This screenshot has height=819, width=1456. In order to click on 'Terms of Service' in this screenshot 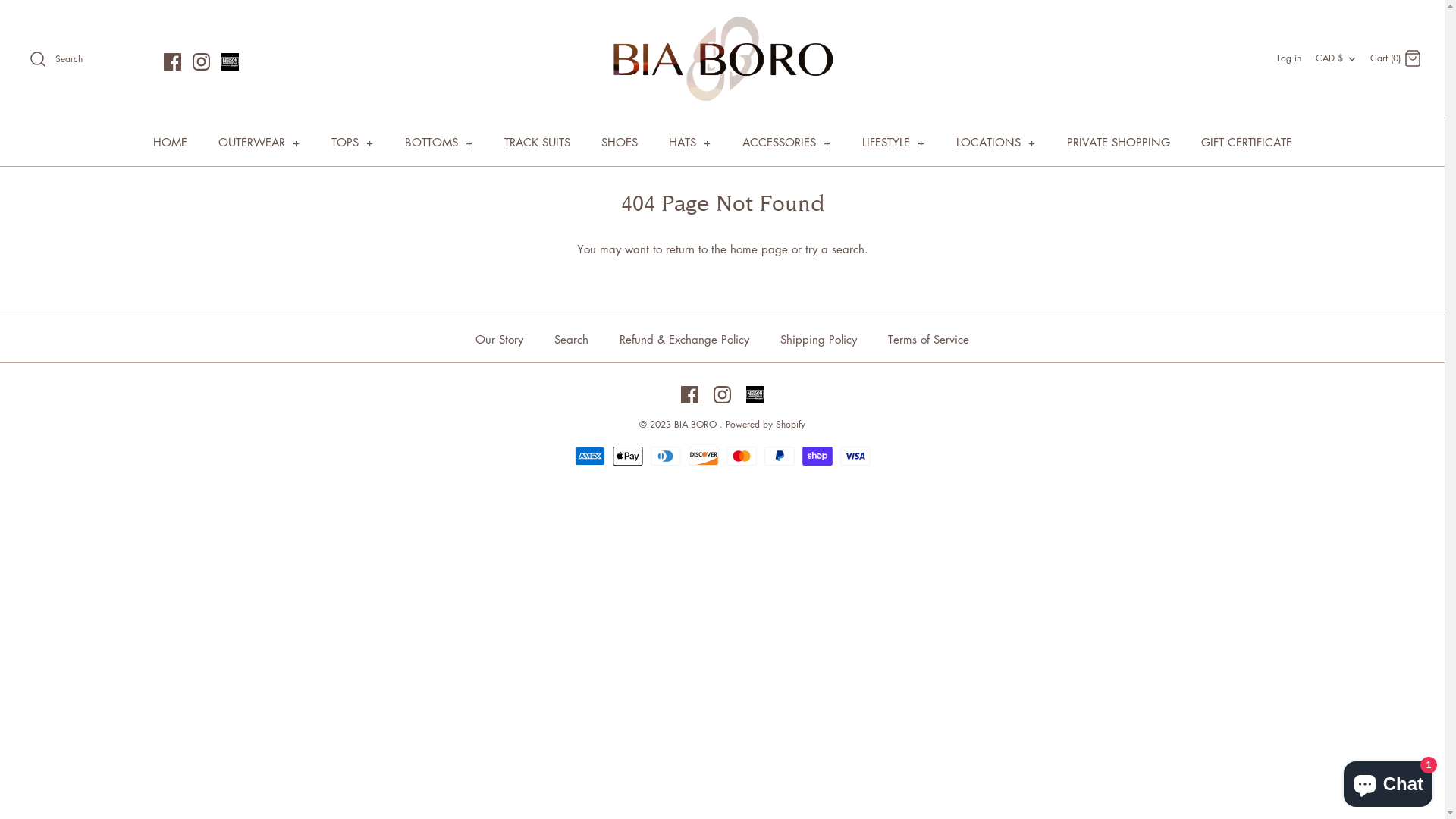, I will do `click(927, 338)`.